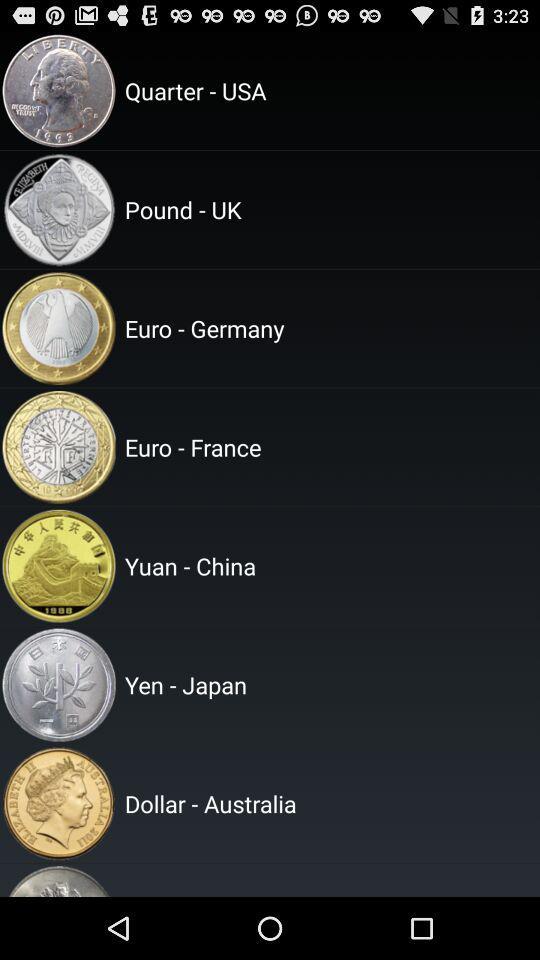  I want to click on euro - germany icon, so click(329, 328).